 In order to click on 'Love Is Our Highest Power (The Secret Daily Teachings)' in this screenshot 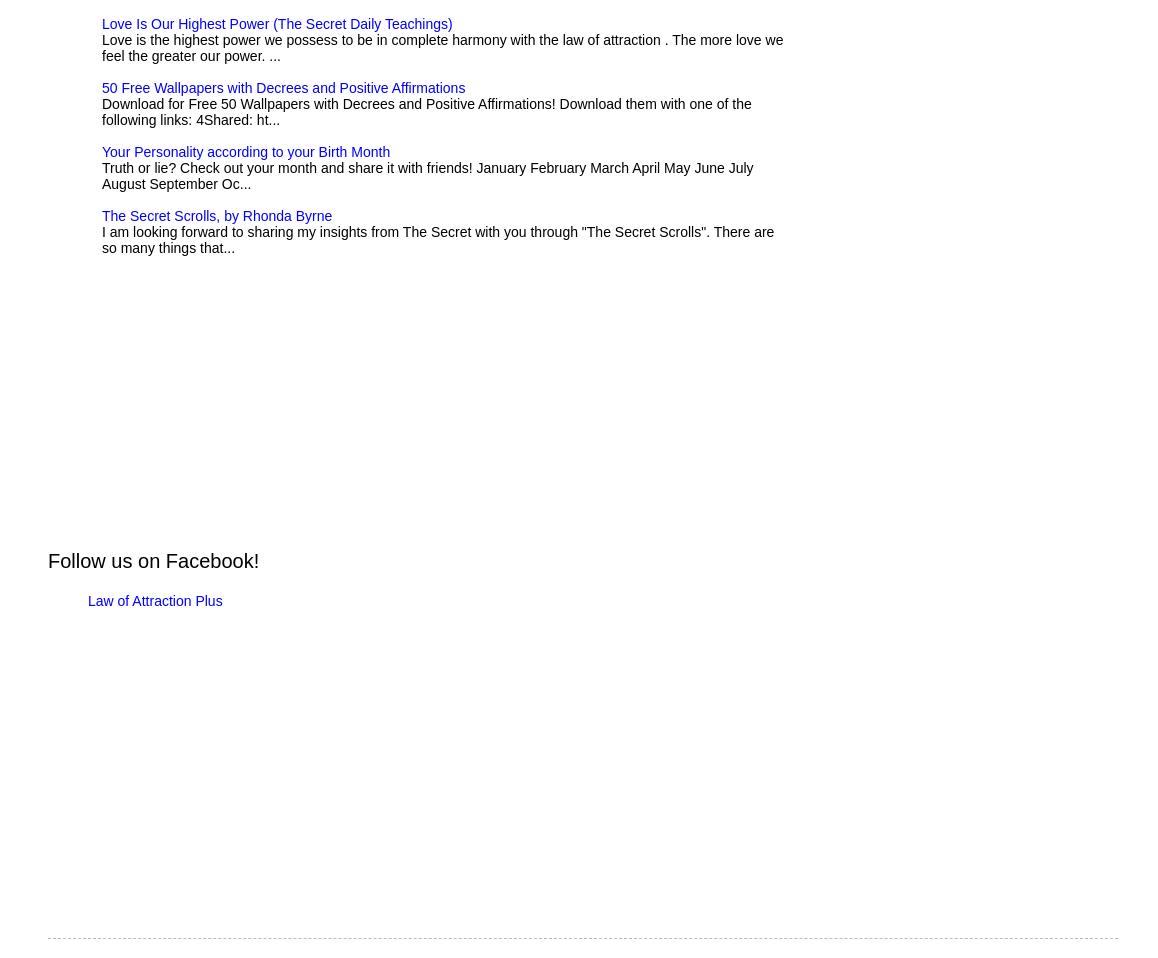, I will do `click(275, 23)`.